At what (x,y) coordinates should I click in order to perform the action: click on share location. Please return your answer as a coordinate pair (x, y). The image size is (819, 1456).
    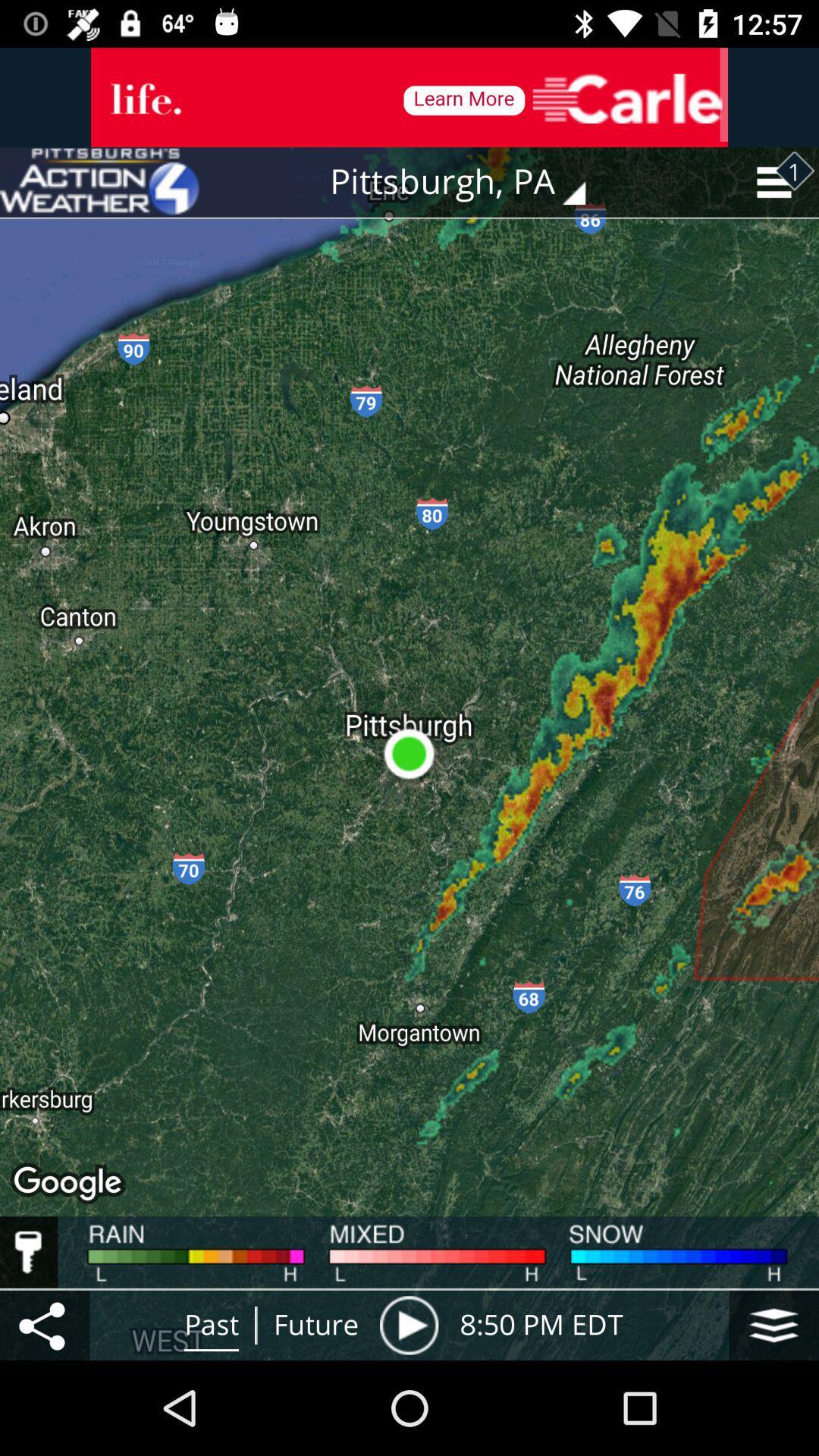
    Looking at the image, I should click on (44, 1324).